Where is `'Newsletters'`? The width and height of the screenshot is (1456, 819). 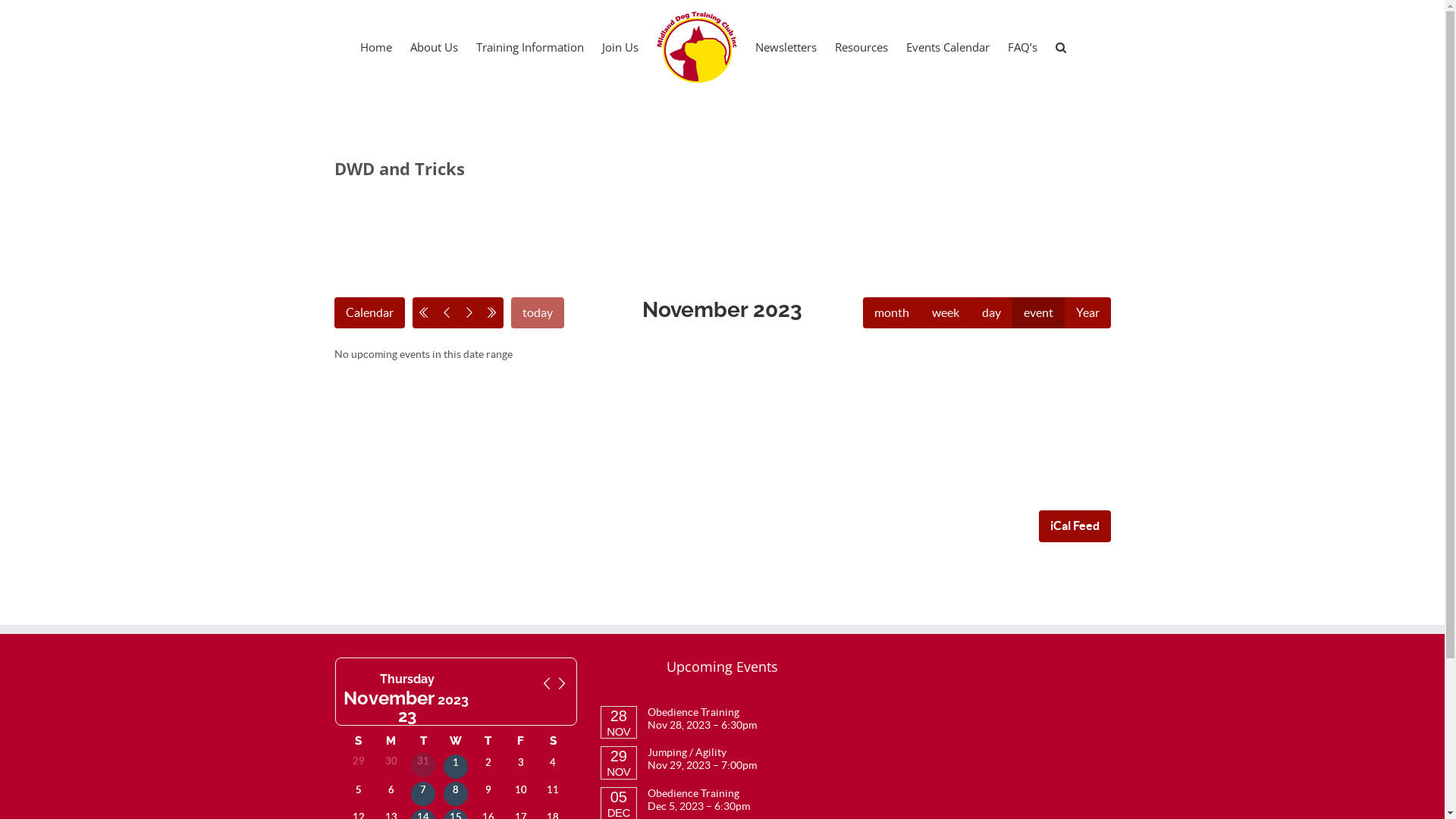
'Newsletters' is located at coordinates (755, 45).